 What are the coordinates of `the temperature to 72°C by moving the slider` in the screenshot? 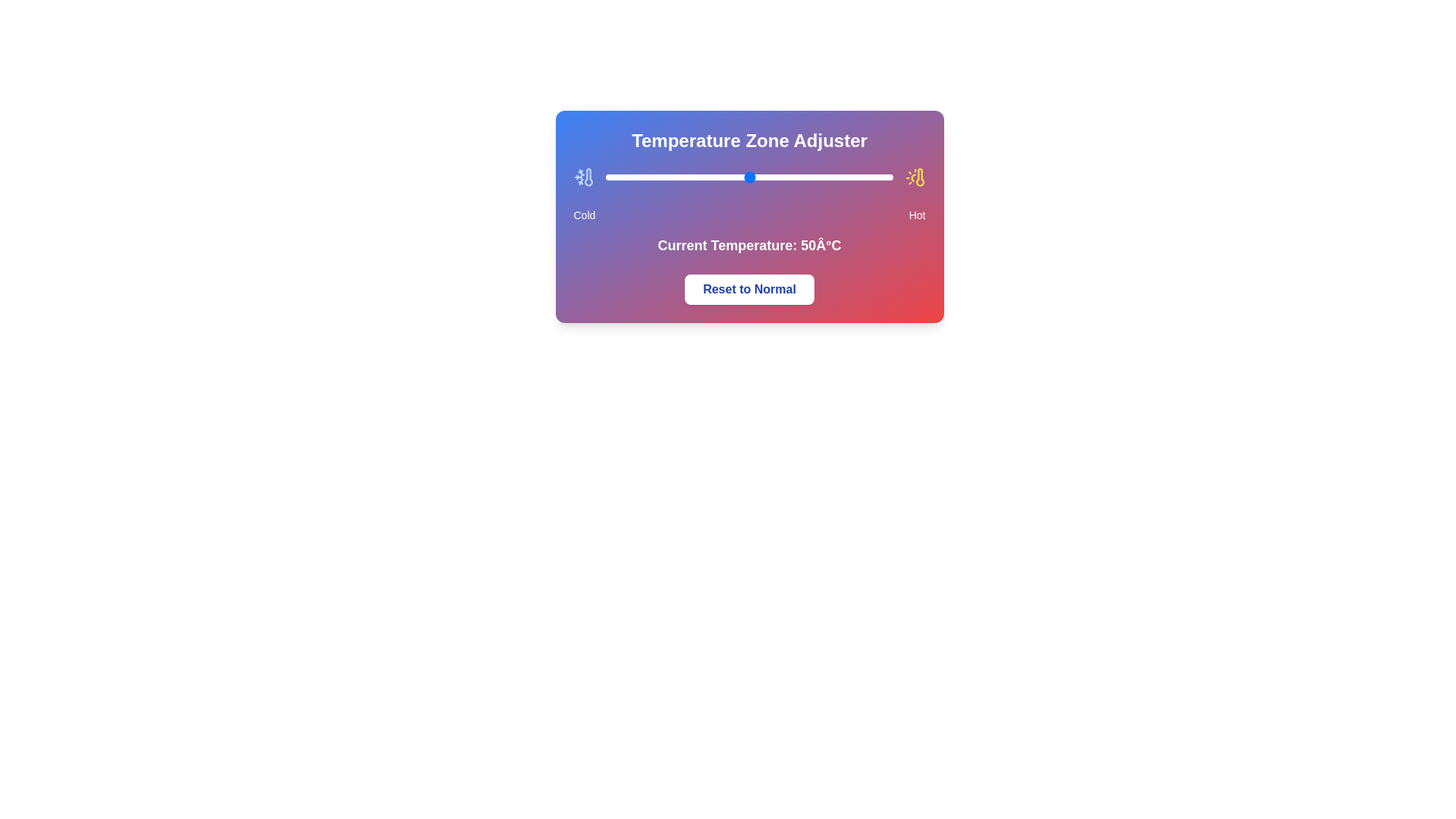 It's located at (811, 177).